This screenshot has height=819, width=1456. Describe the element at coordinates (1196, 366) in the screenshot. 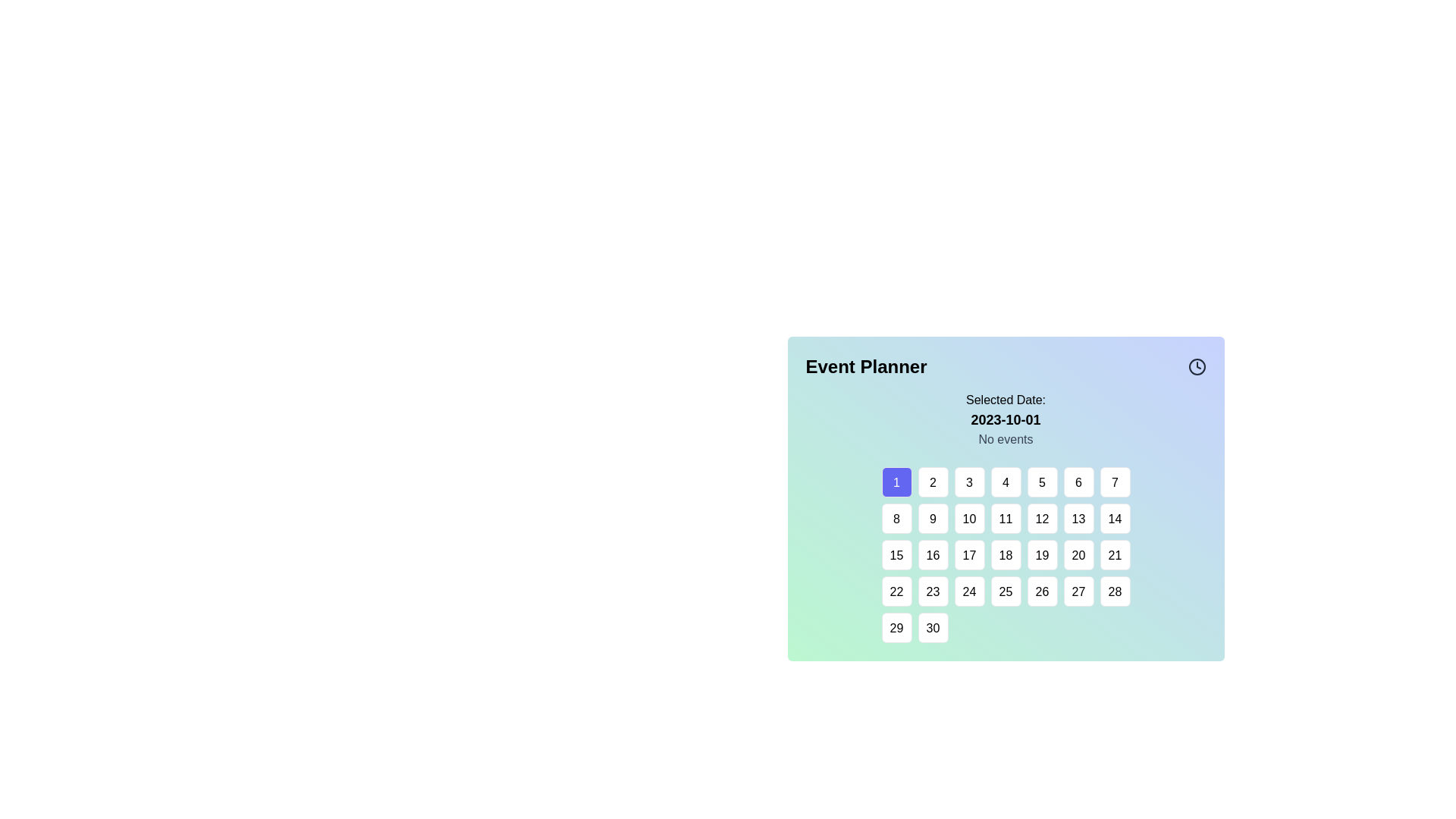

I see `the decorative icon located in the top-right corner of the 'Event Planner' title section, adjacent to the text 'Event Planner'` at that location.